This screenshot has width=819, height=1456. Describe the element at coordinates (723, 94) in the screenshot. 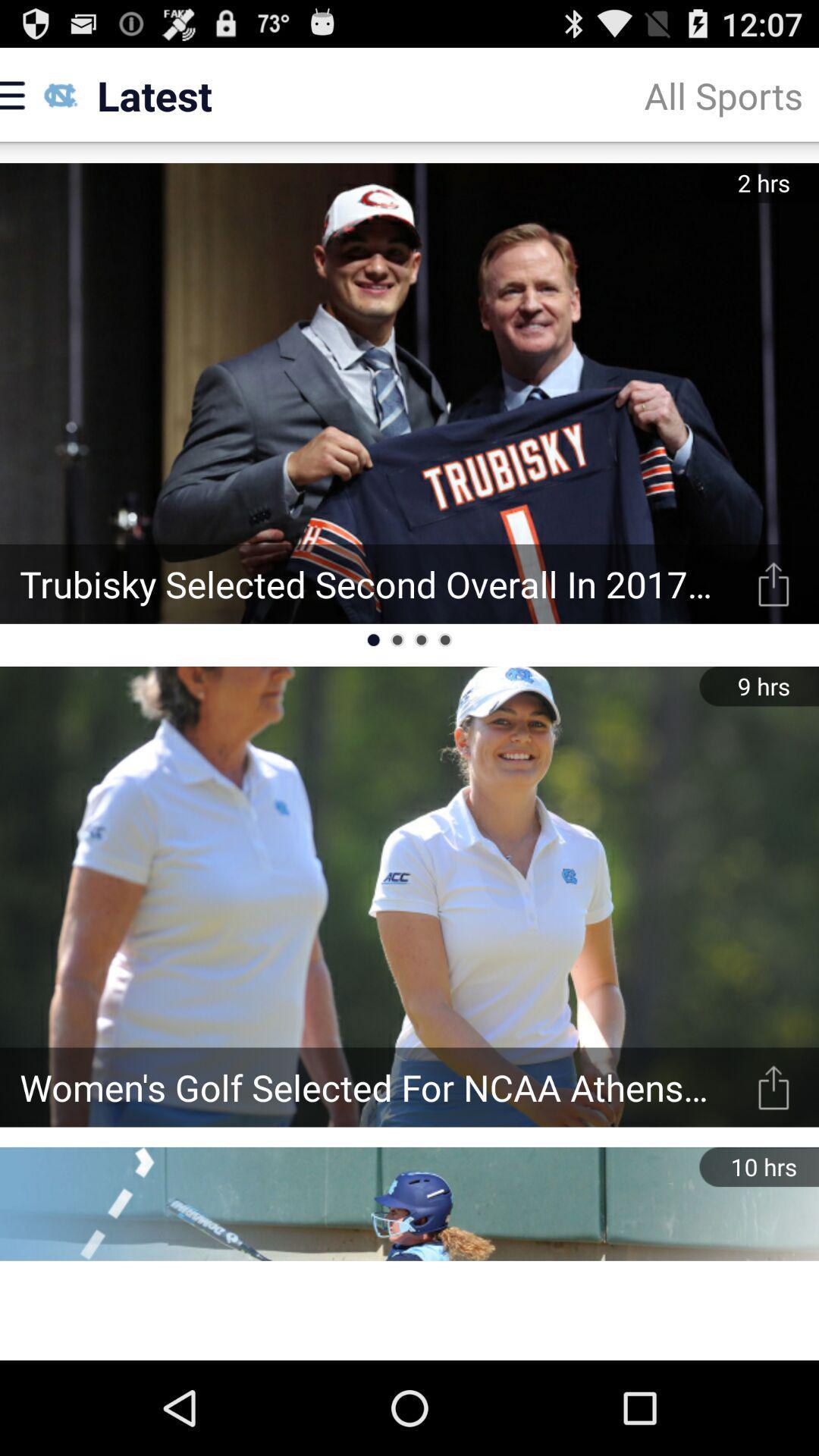

I see `the icon to the right of the latest icon` at that location.